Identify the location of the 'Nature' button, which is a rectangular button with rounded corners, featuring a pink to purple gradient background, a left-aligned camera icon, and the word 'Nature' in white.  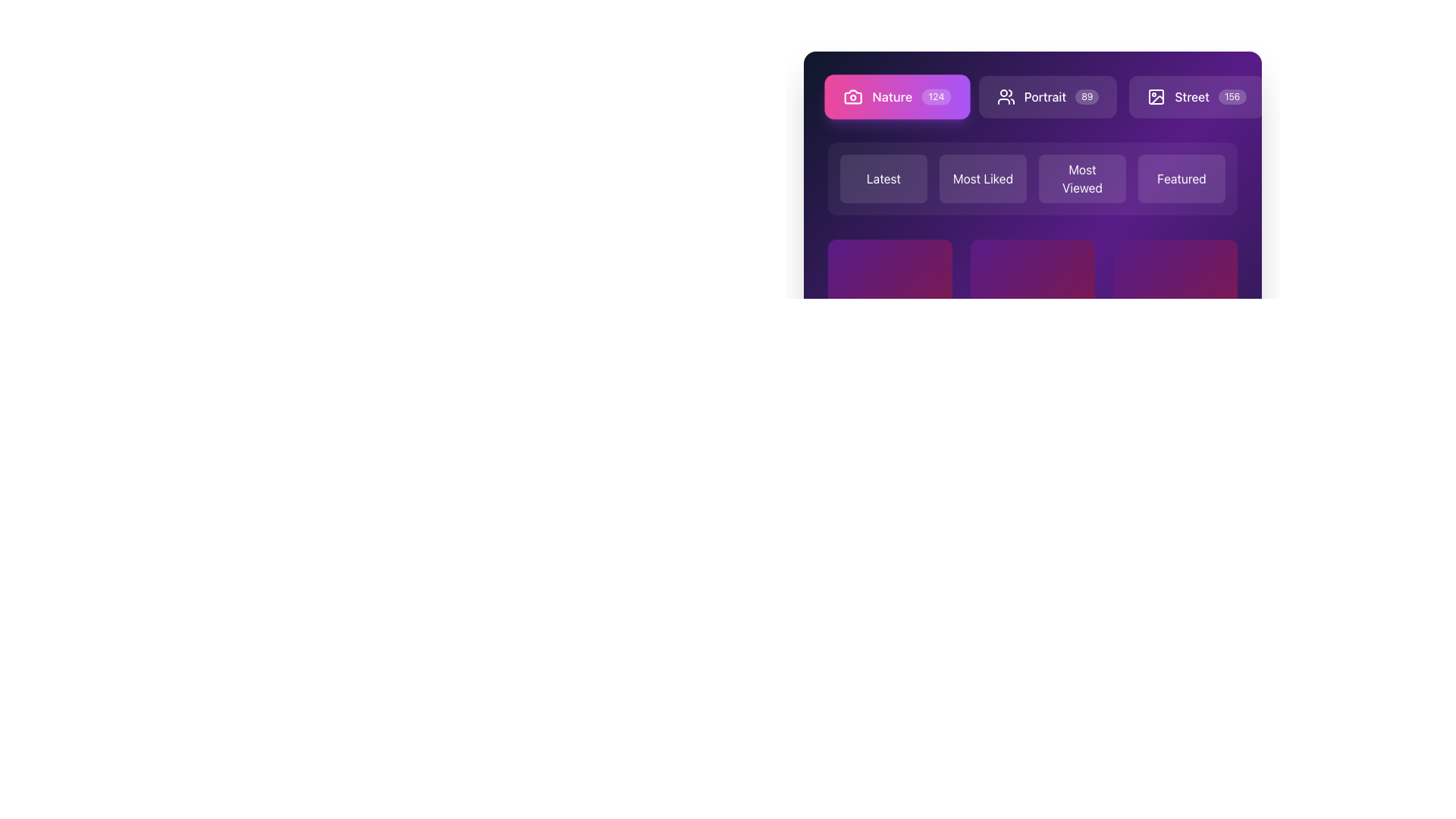
(897, 96).